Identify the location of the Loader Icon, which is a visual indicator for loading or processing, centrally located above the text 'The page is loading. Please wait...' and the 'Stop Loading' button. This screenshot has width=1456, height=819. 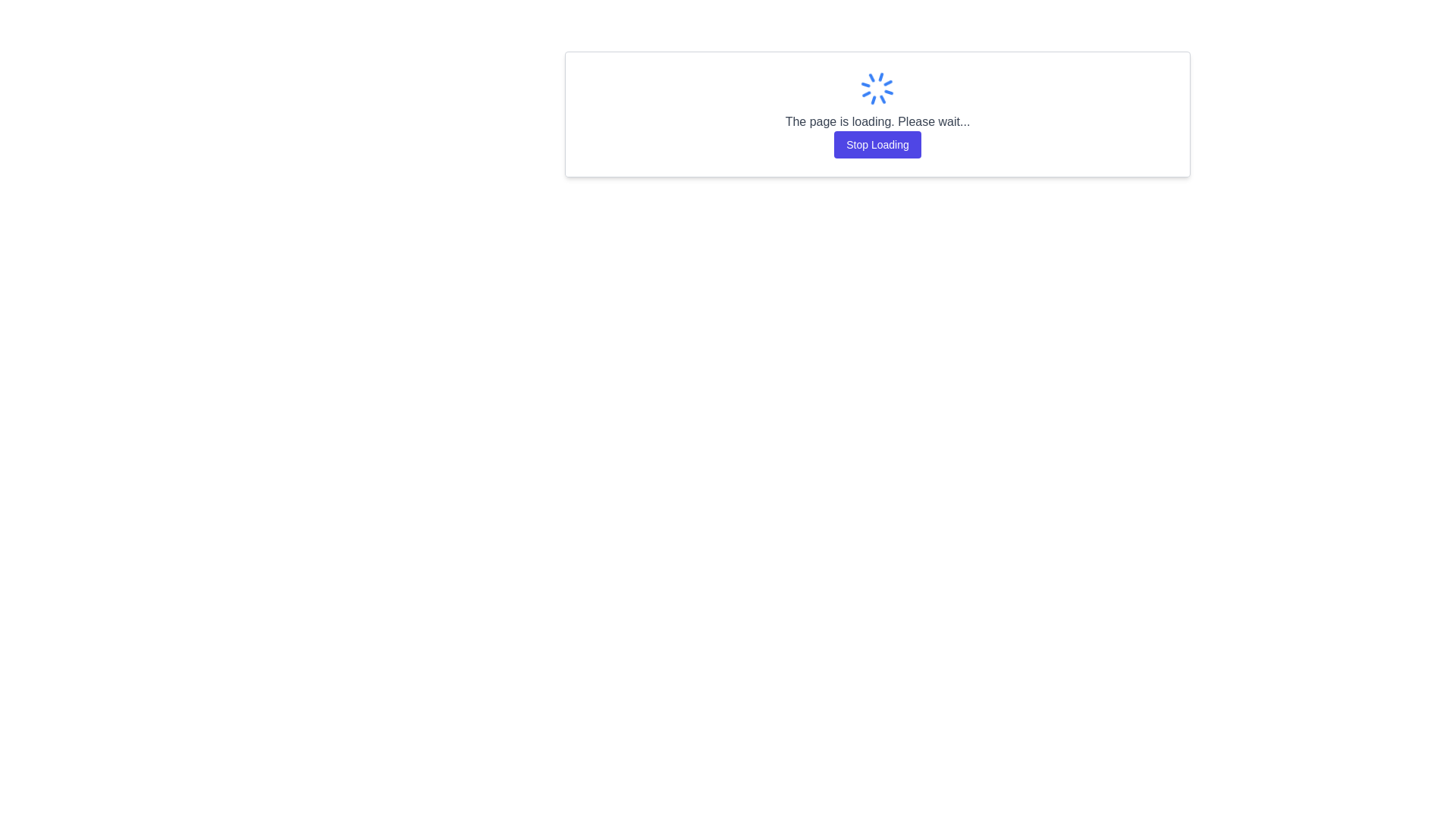
(877, 88).